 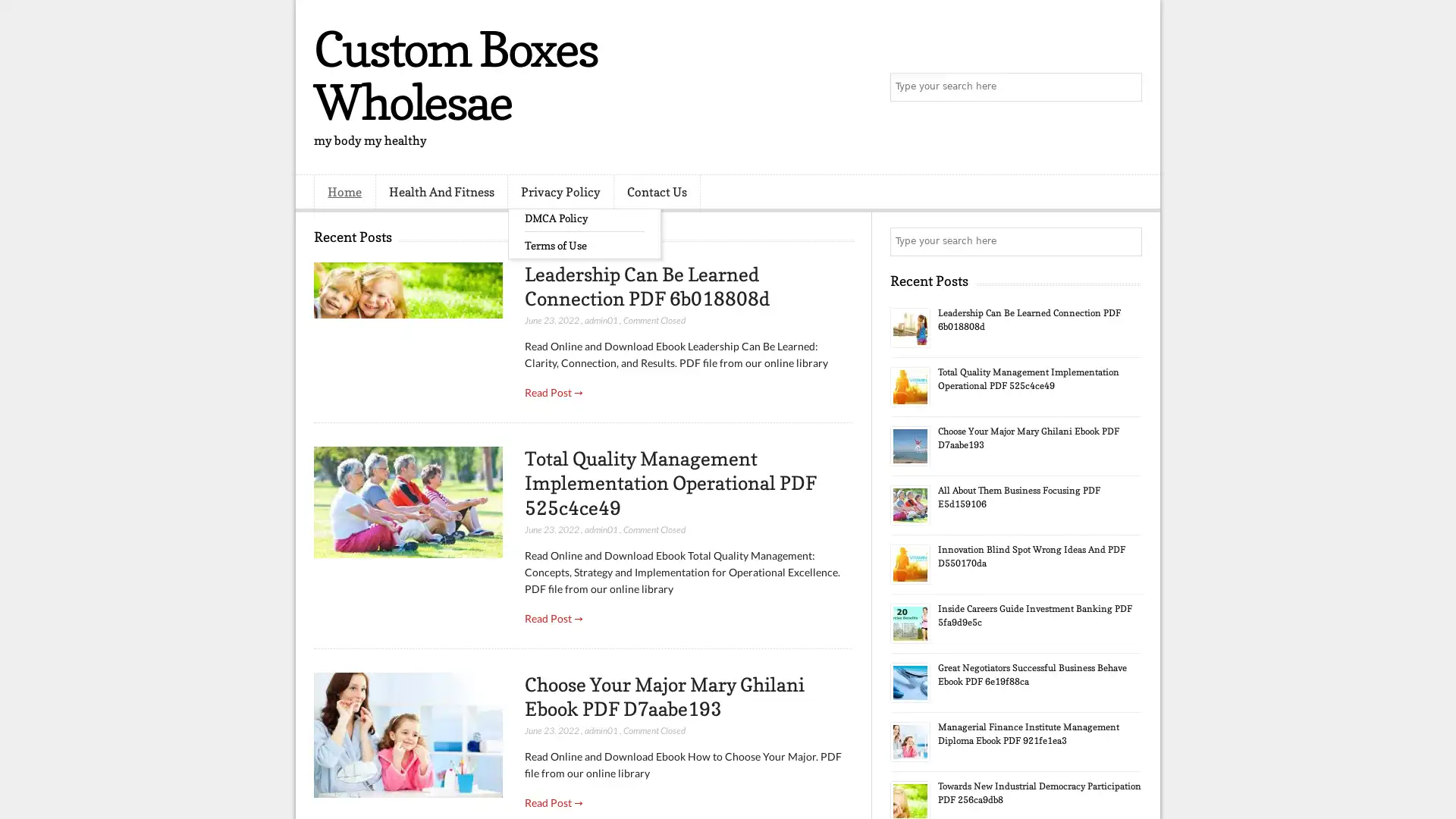 I want to click on Search, so click(x=1126, y=87).